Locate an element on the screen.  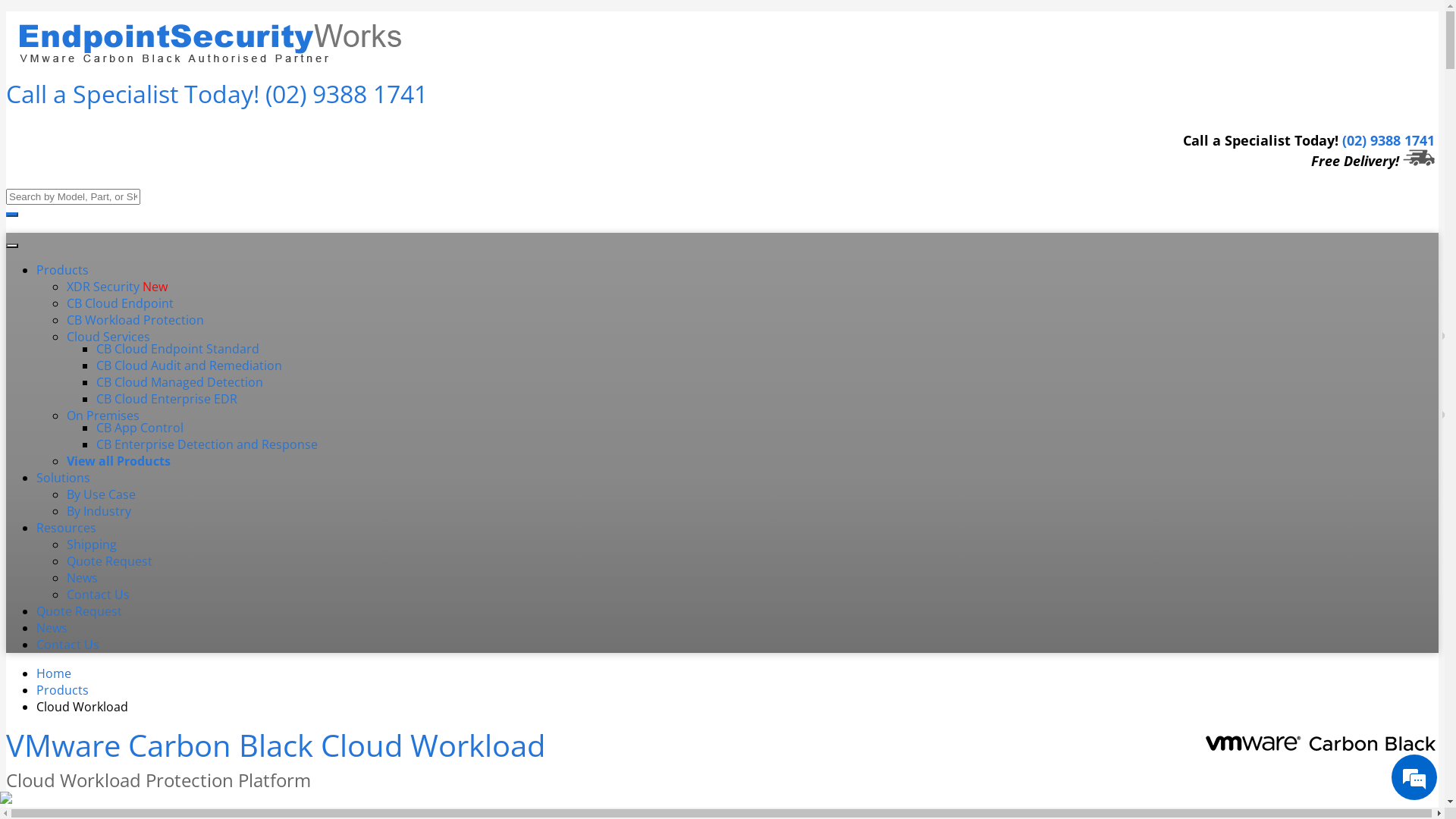
'News' is located at coordinates (52, 628).